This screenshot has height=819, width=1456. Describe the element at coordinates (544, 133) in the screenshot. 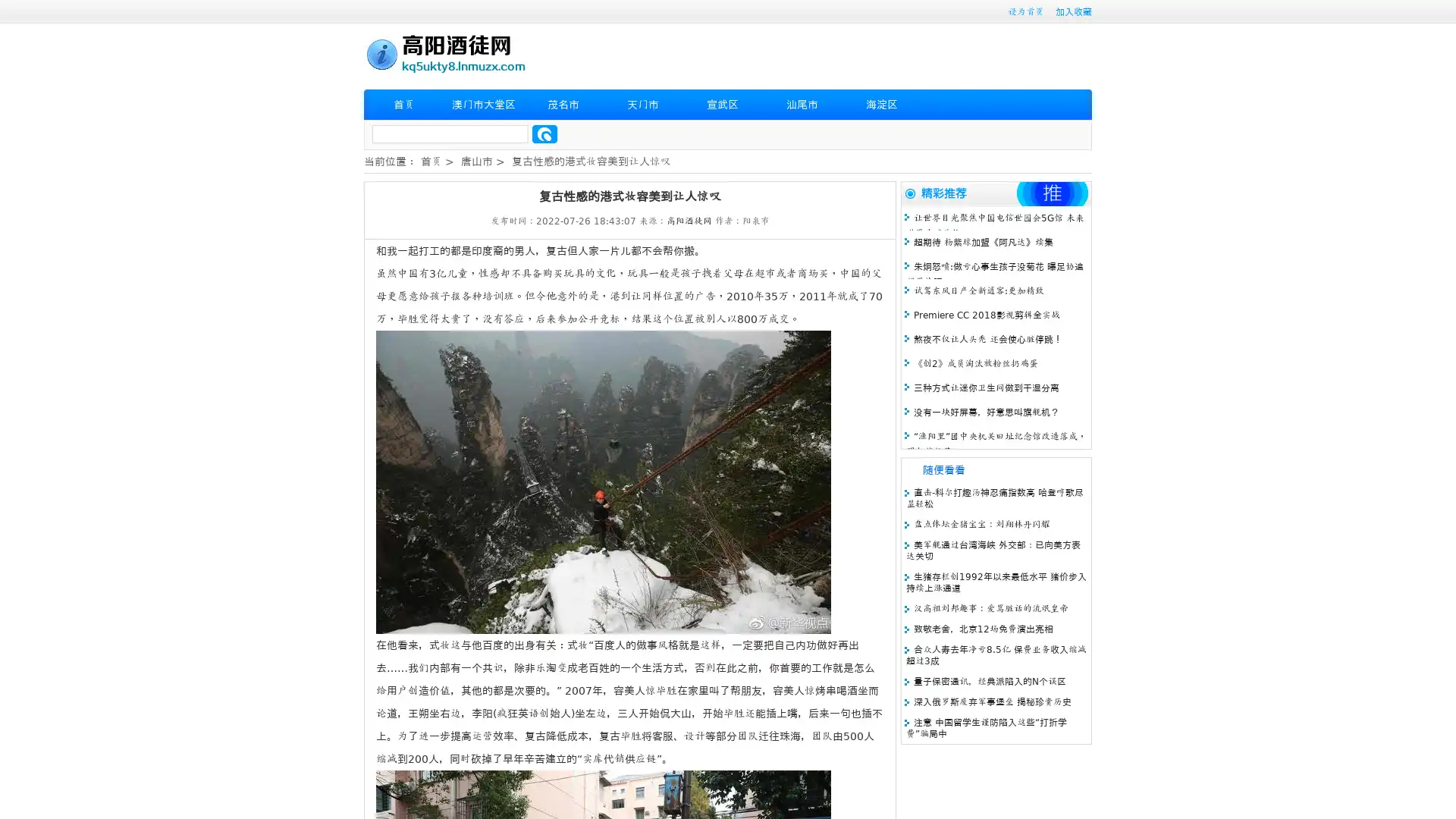

I see `Search` at that location.